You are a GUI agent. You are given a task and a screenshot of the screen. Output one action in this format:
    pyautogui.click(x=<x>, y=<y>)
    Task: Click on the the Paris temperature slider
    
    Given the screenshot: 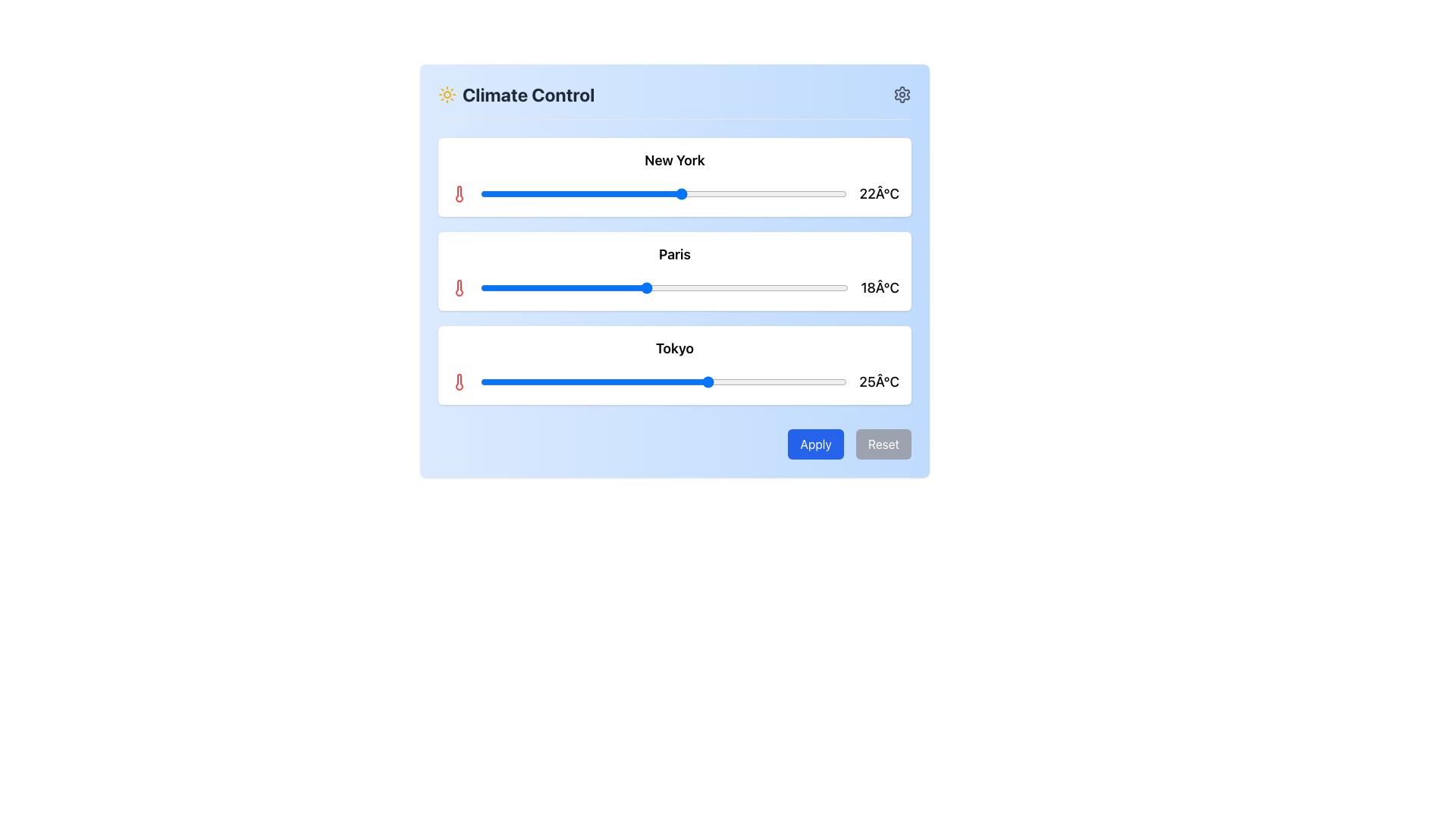 What is the action you would take?
    pyautogui.click(x=599, y=288)
    